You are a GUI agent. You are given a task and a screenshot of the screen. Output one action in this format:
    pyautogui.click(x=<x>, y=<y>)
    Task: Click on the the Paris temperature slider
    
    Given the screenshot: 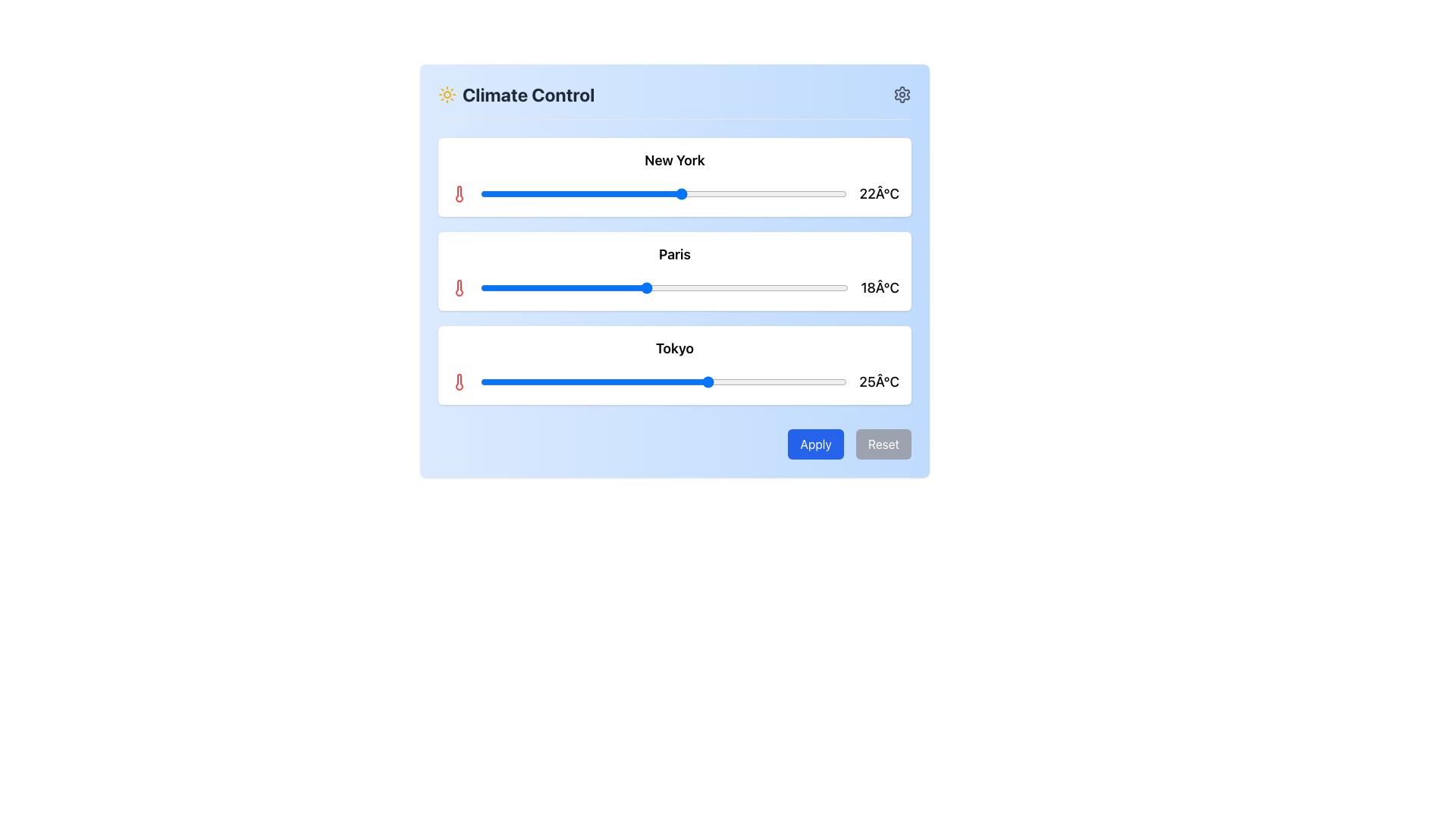 What is the action you would take?
    pyautogui.click(x=599, y=288)
    